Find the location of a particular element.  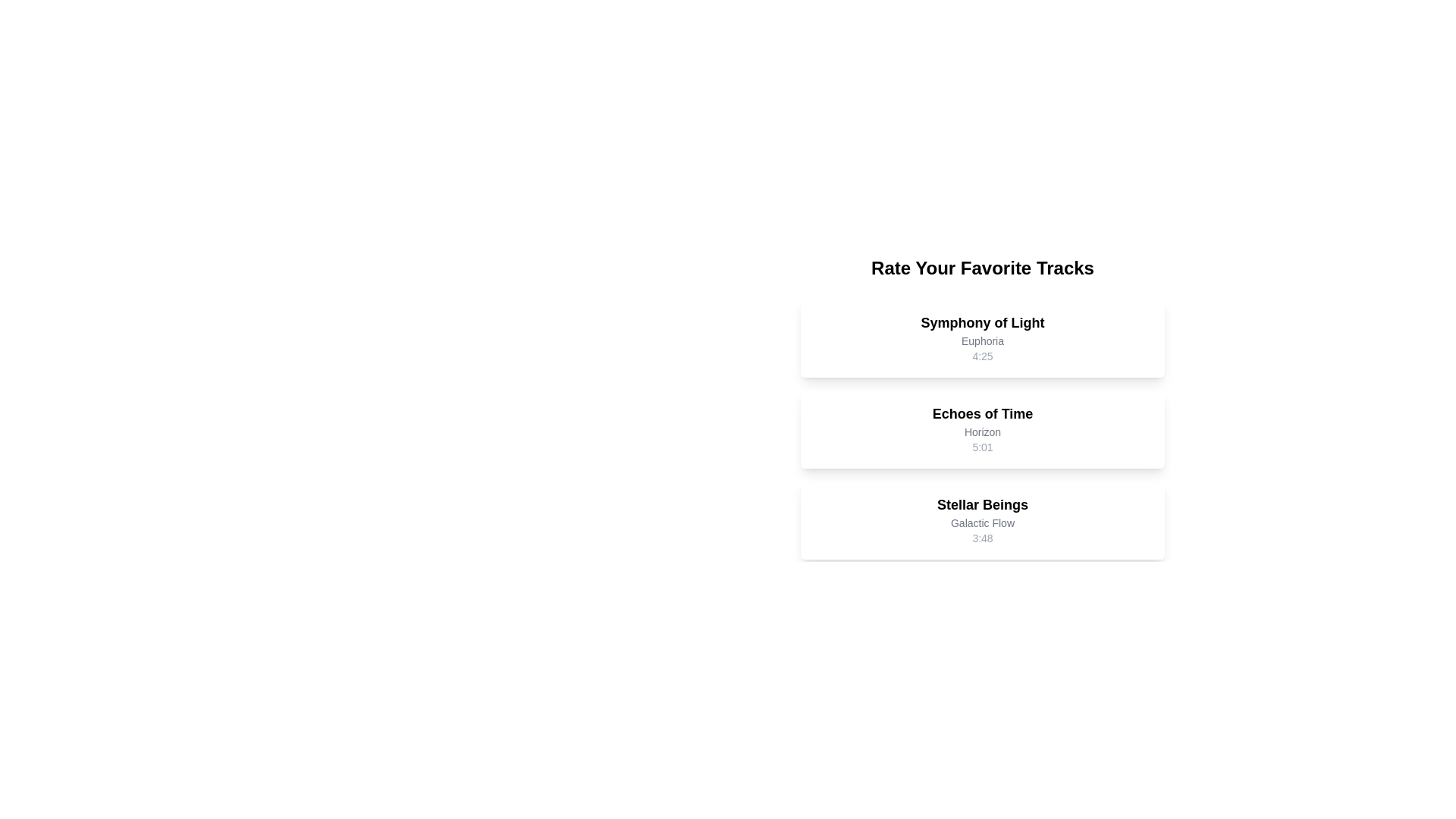

the text label 'Euphoria', which is styled in gray and positioned beneath 'Symphony of Light' within a card-like component is located at coordinates (983, 341).